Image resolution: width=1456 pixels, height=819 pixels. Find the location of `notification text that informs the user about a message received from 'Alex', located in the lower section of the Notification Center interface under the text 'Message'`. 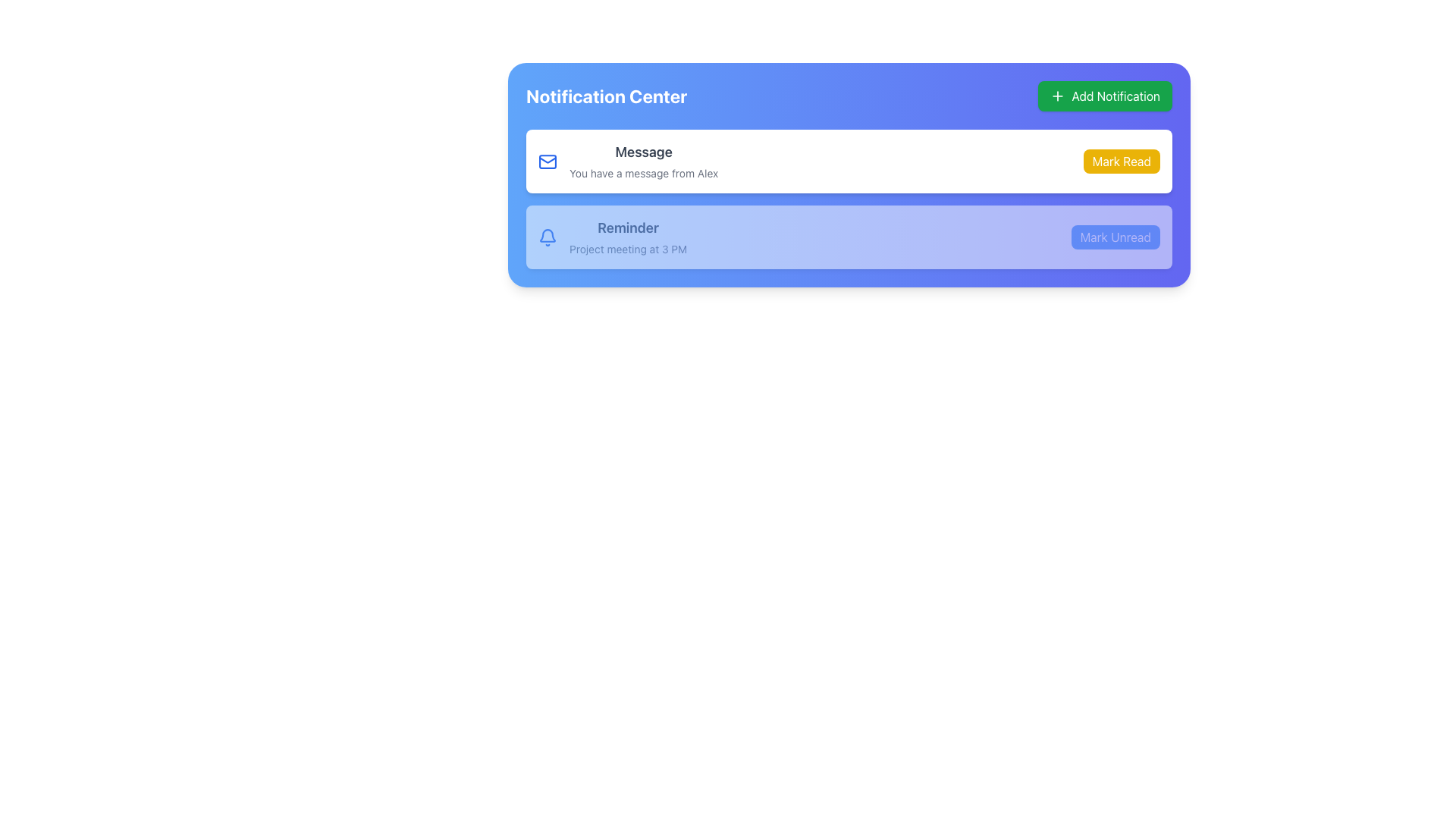

notification text that informs the user about a message received from 'Alex', located in the lower section of the Notification Center interface under the text 'Message' is located at coordinates (644, 172).